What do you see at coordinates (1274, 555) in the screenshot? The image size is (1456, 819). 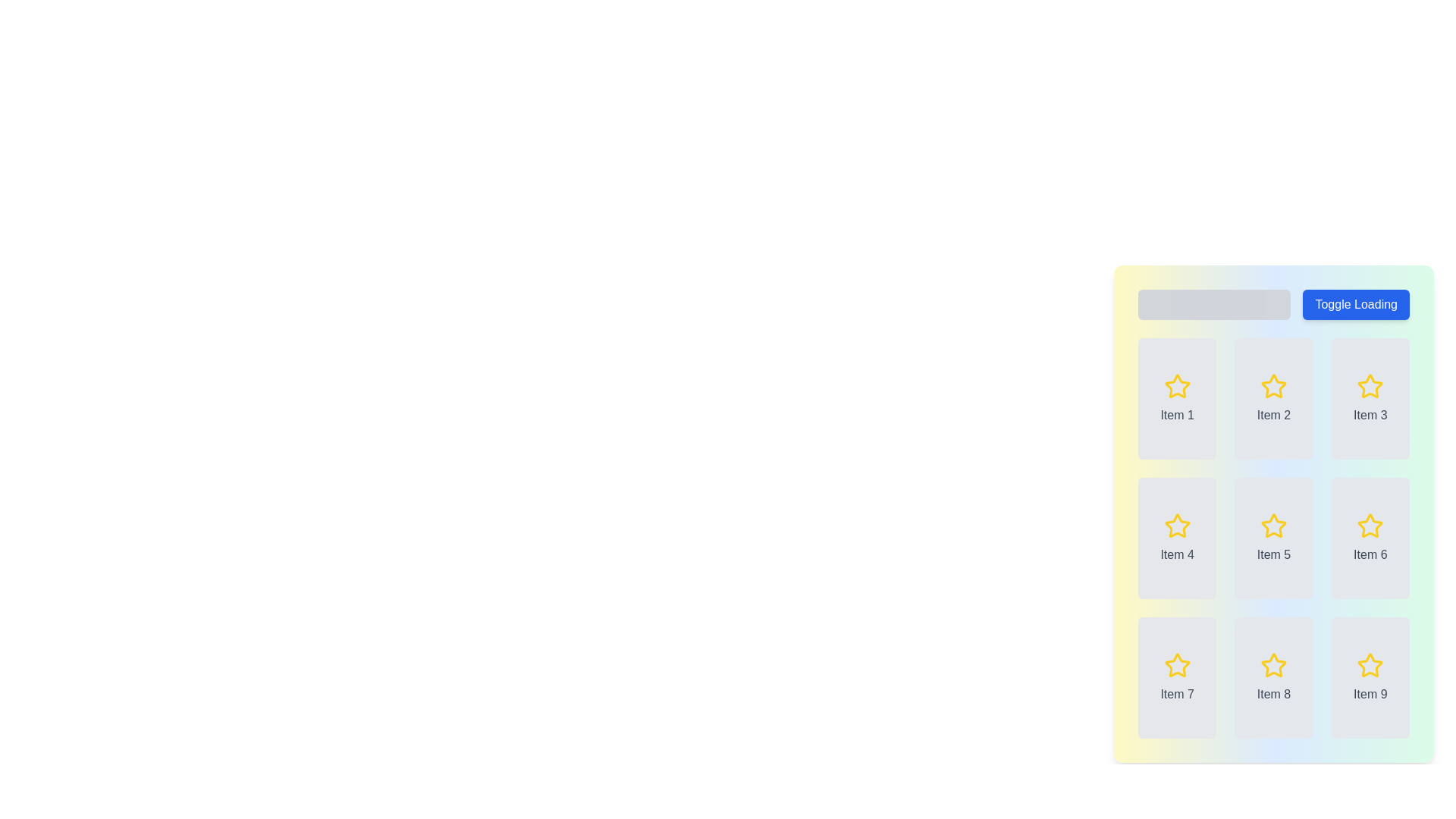 I see `the text label that reads 'Item 5', which is located at the center of the bottom cell in the second row of a grid layout, directly below a yellow star icon` at bounding box center [1274, 555].